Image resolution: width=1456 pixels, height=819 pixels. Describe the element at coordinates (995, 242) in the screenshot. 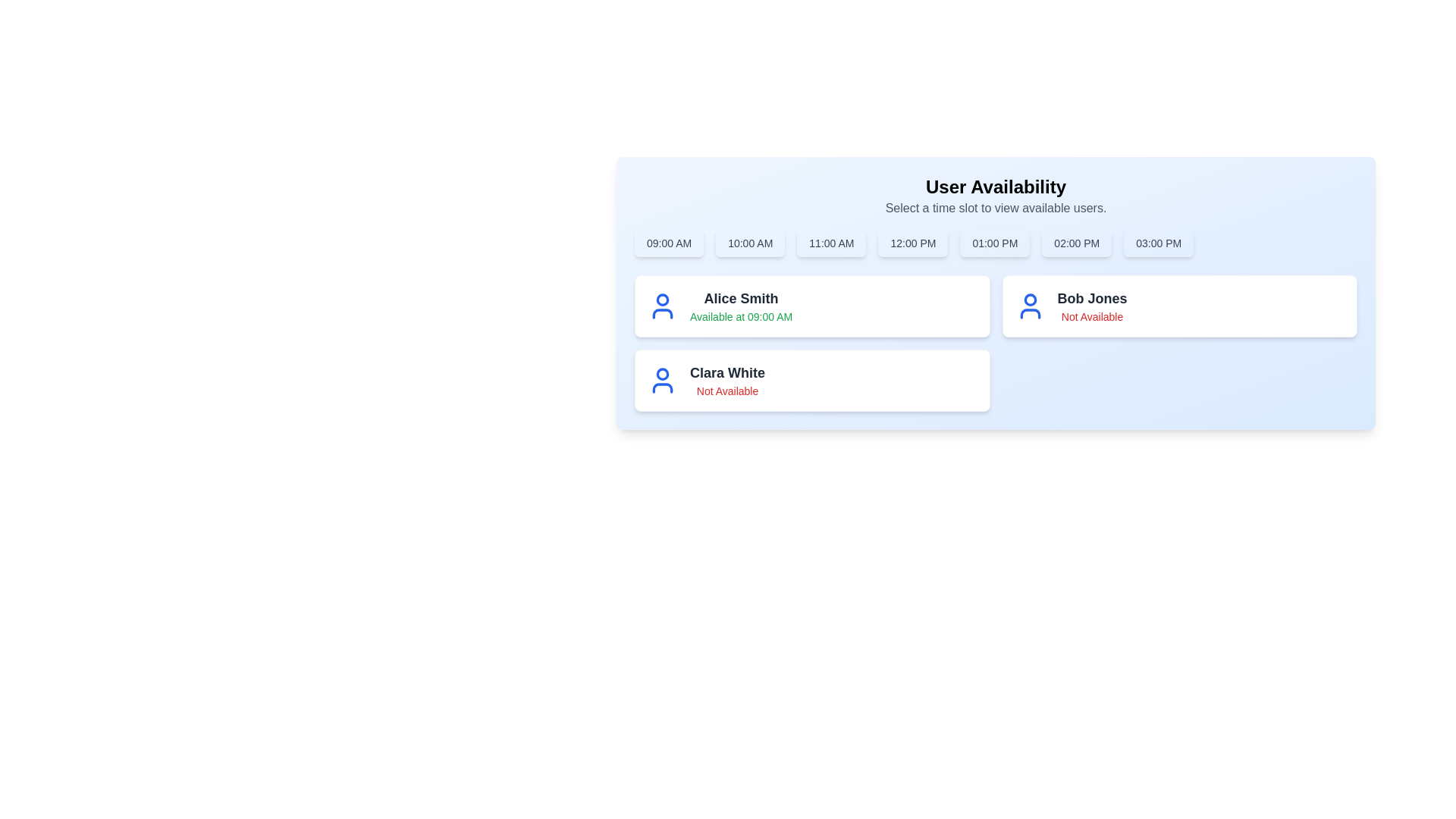

I see `the fifth button in the row of time slot buttons under the 'User Availability' header` at that location.